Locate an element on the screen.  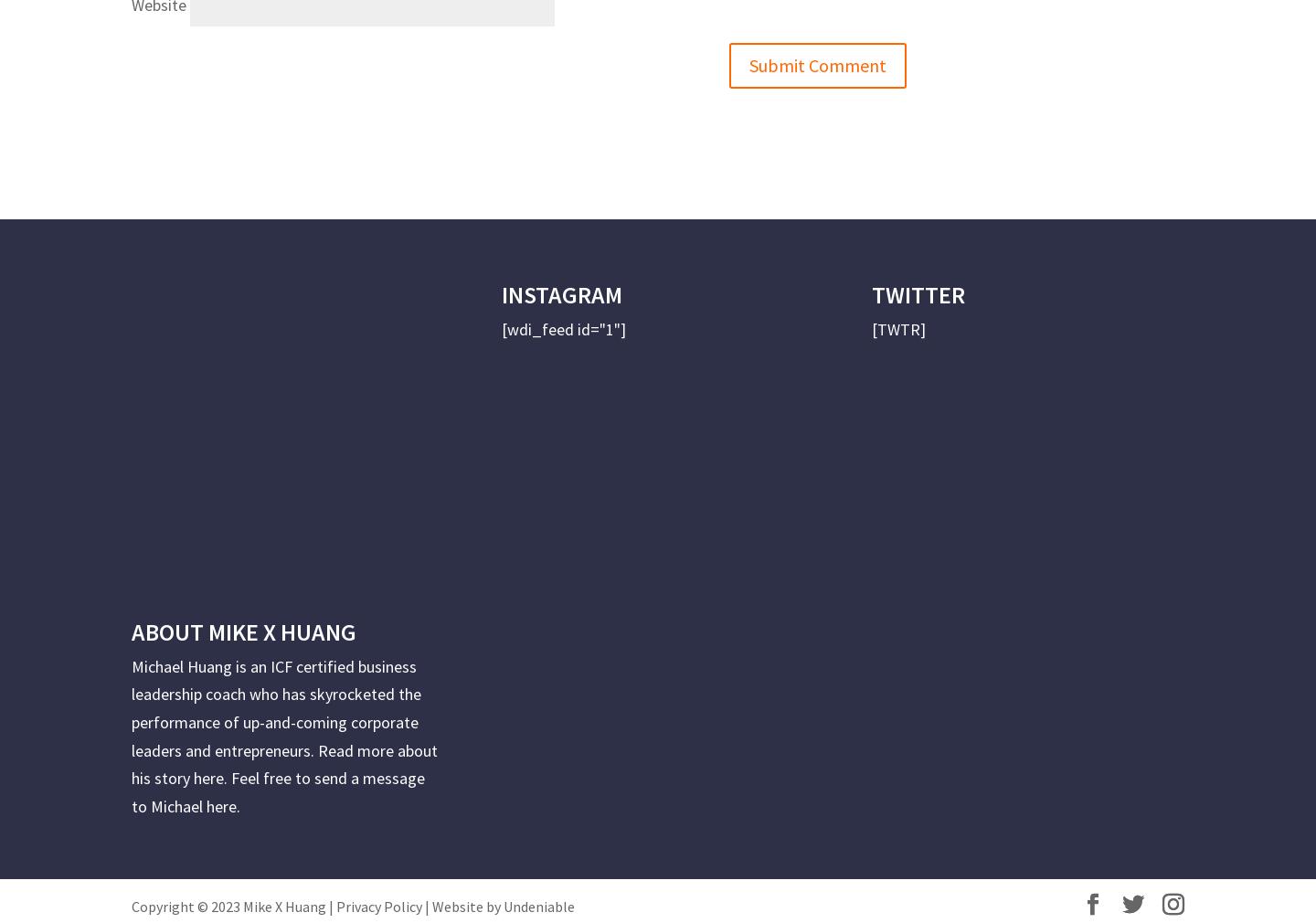
'INSTAGRAM' is located at coordinates (501, 293).